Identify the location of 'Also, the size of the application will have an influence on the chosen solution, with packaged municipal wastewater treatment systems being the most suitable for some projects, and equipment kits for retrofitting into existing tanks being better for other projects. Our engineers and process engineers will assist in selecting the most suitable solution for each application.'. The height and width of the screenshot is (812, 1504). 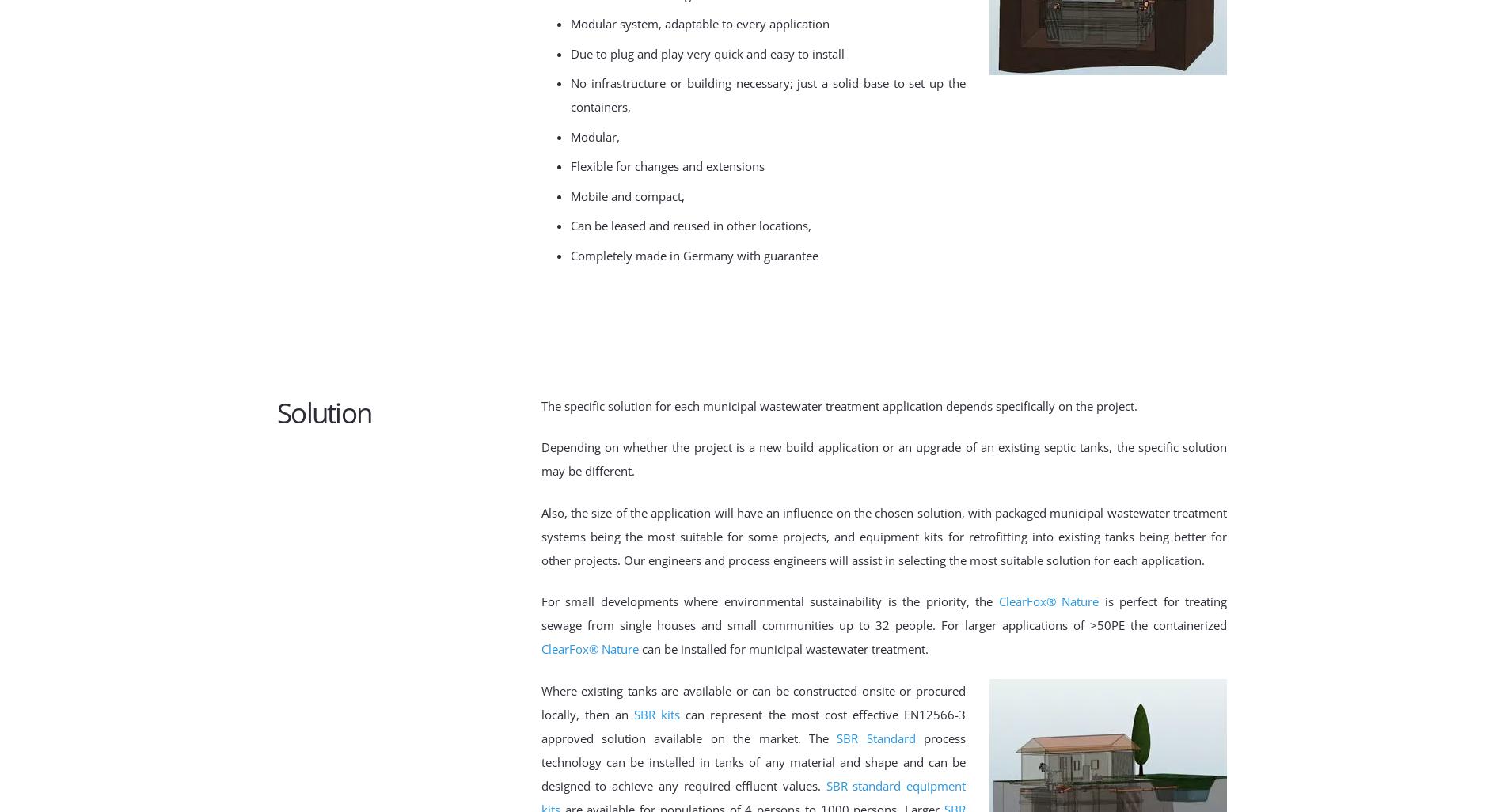
(883, 534).